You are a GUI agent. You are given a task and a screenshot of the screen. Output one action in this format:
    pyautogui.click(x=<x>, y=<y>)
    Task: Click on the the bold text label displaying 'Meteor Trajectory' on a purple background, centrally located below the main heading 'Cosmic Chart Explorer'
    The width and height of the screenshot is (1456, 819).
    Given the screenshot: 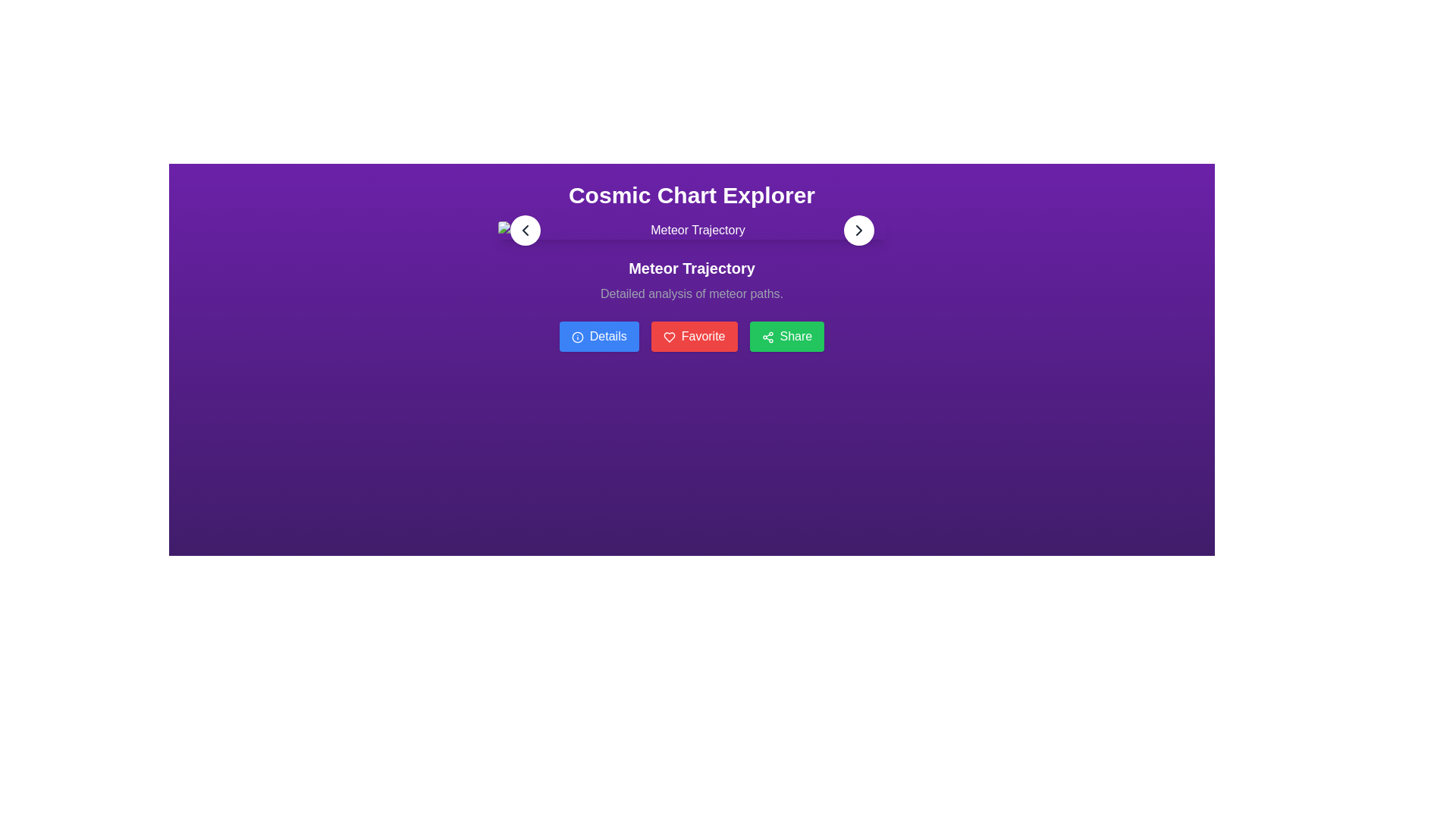 What is the action you would take?
    pyautogui.click(x=691, y=268)
    